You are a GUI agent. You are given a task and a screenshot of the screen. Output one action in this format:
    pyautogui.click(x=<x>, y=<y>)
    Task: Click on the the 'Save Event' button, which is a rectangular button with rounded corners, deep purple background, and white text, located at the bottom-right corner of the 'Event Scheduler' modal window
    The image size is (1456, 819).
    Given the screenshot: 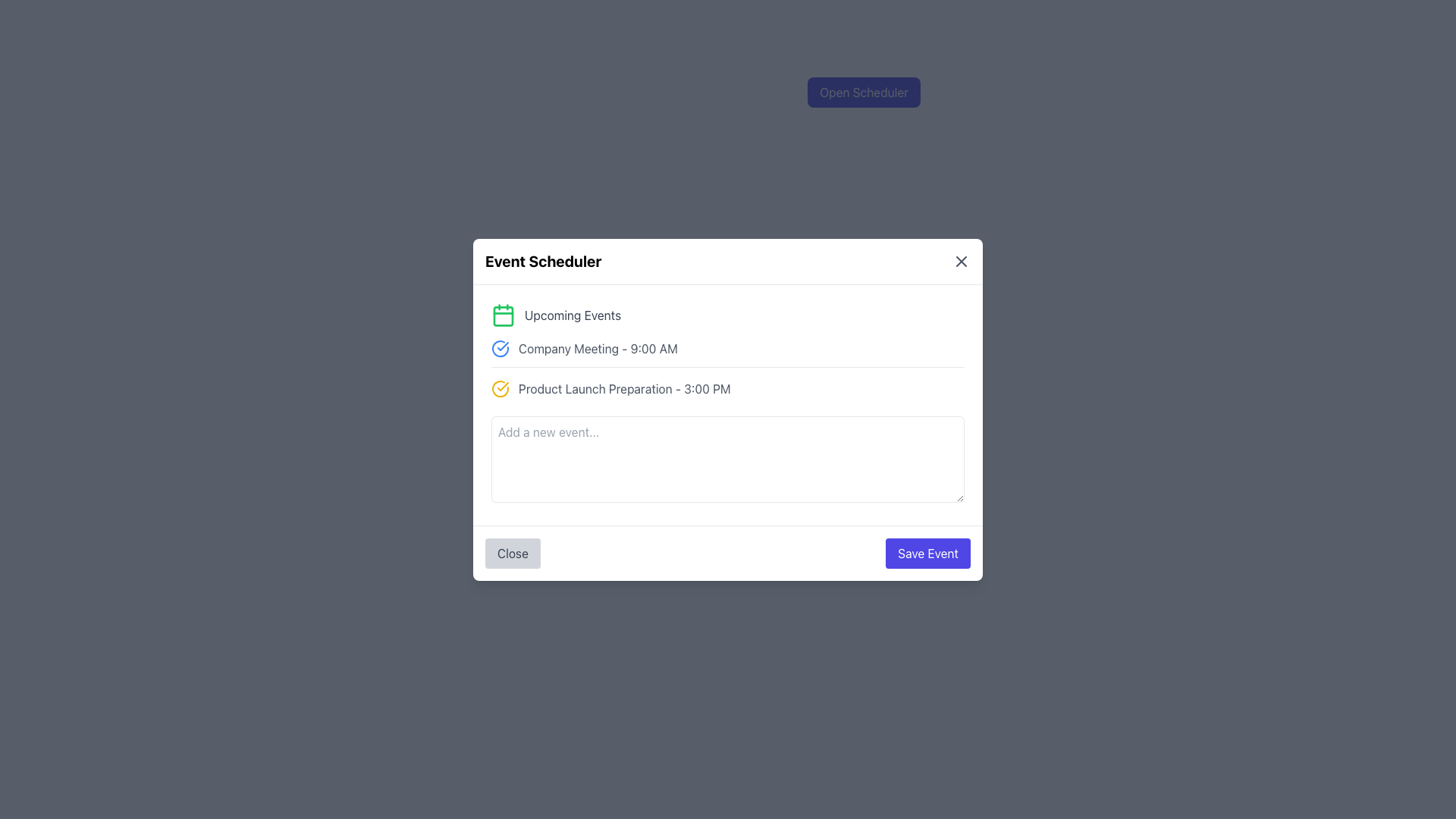 What is the action you would take?
    pyautogui.click(x=927, y=553)
    